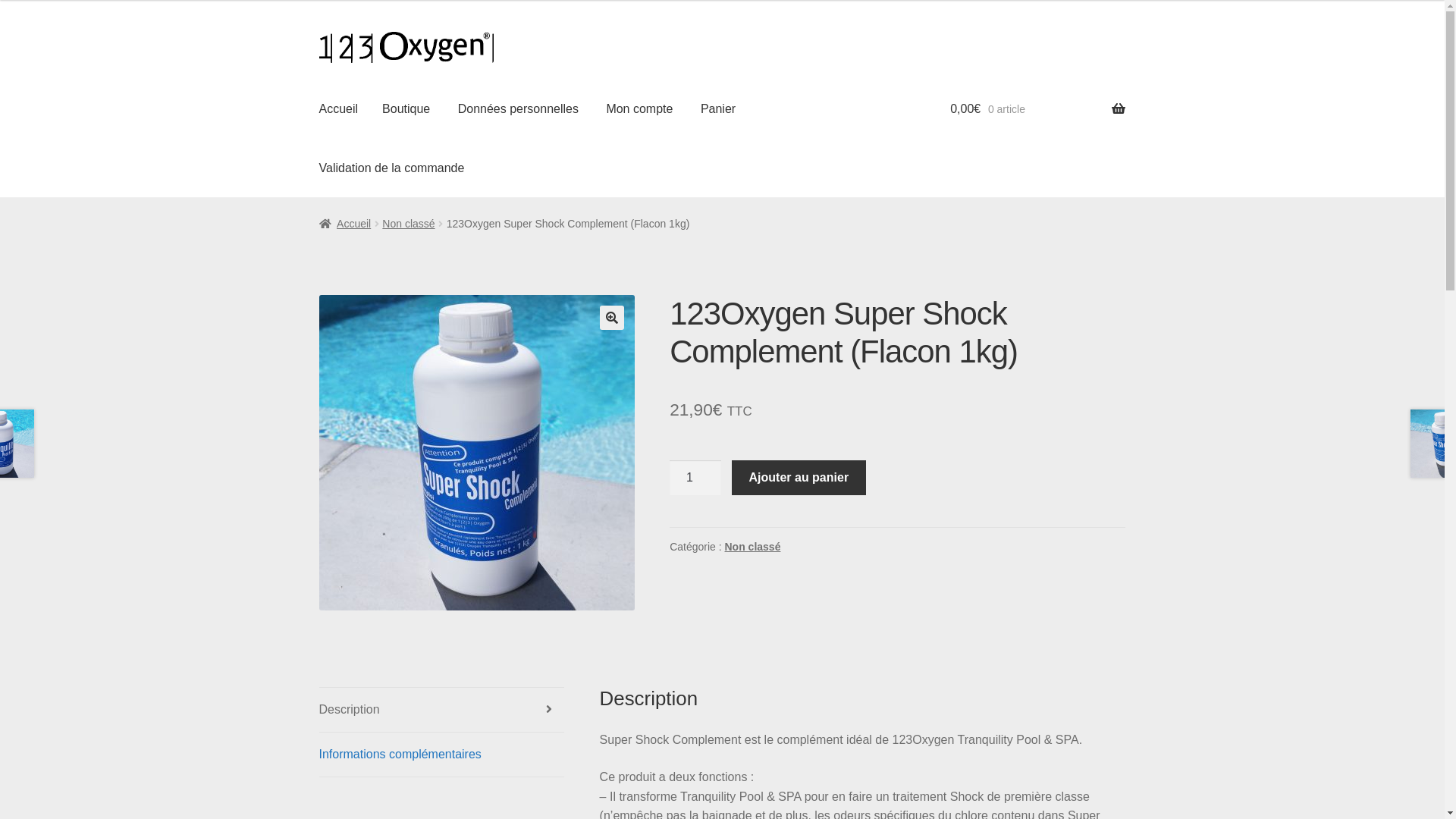 Image resolution: width=1456 pixels, height=819 pixels. Describe the element at coordinates (406, 108) in the screenshot. I see `'Boutique'` at that location.